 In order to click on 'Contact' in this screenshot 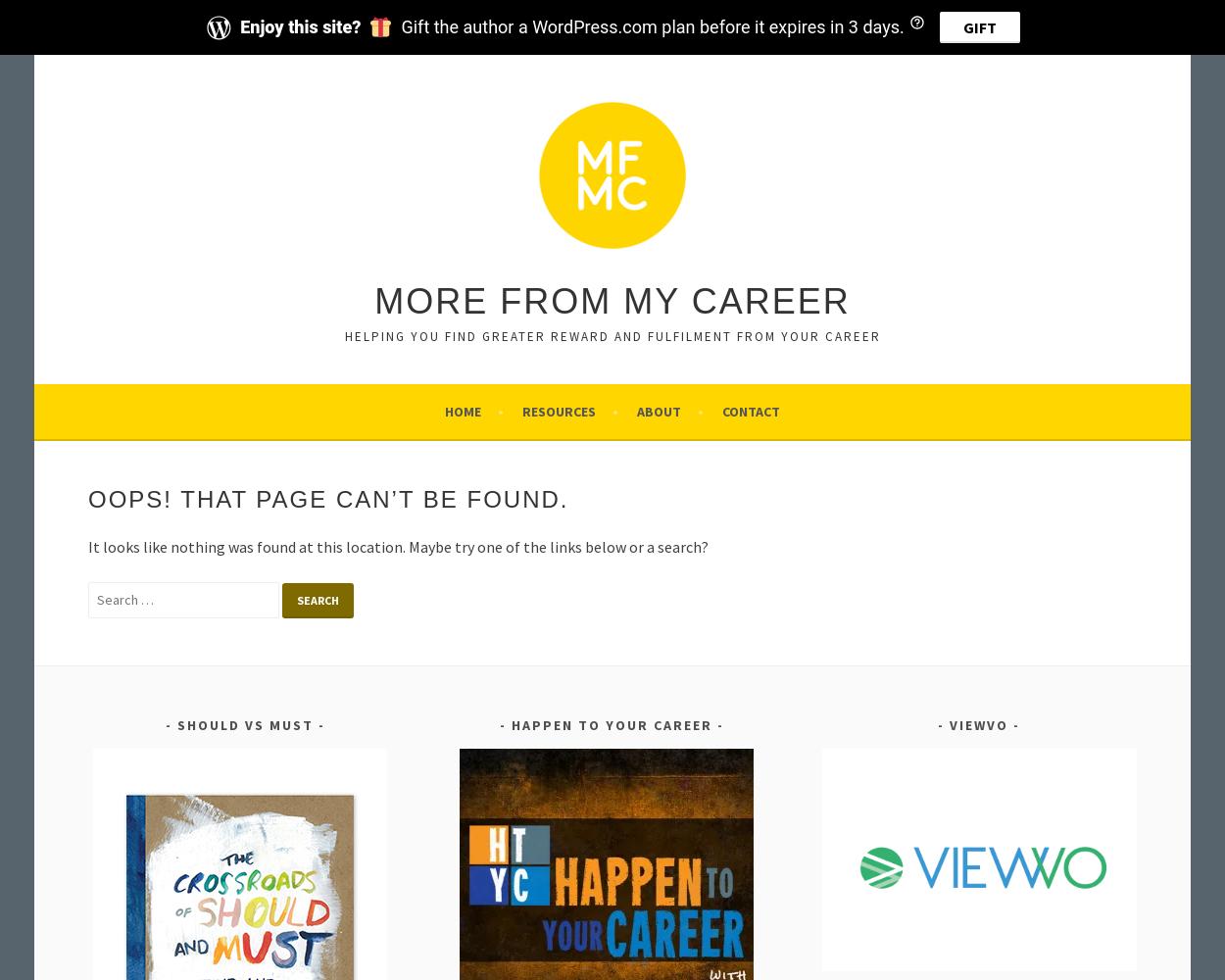, I will do `click(751, 411)`.